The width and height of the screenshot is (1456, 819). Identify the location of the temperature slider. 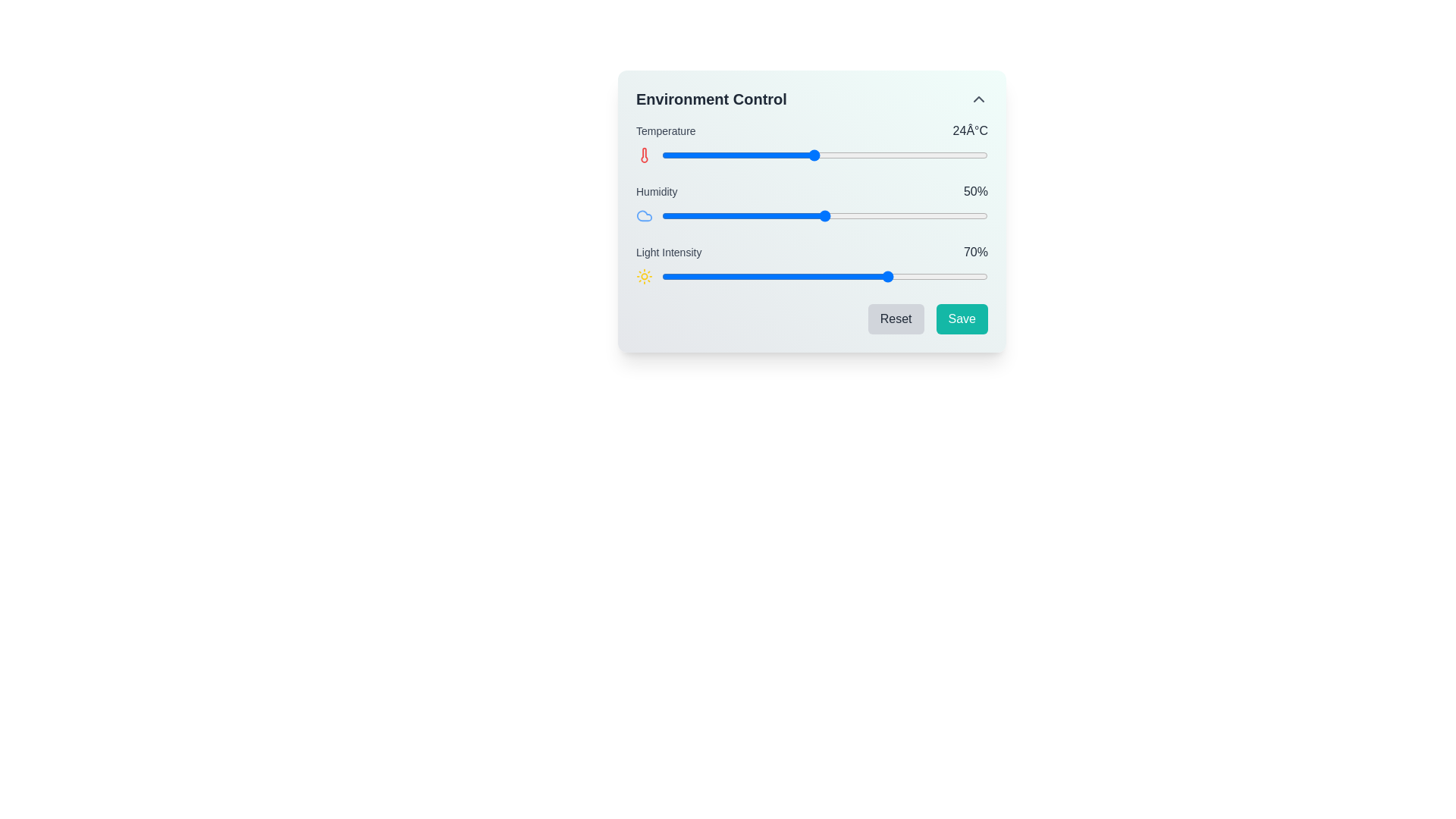
(879, 155).